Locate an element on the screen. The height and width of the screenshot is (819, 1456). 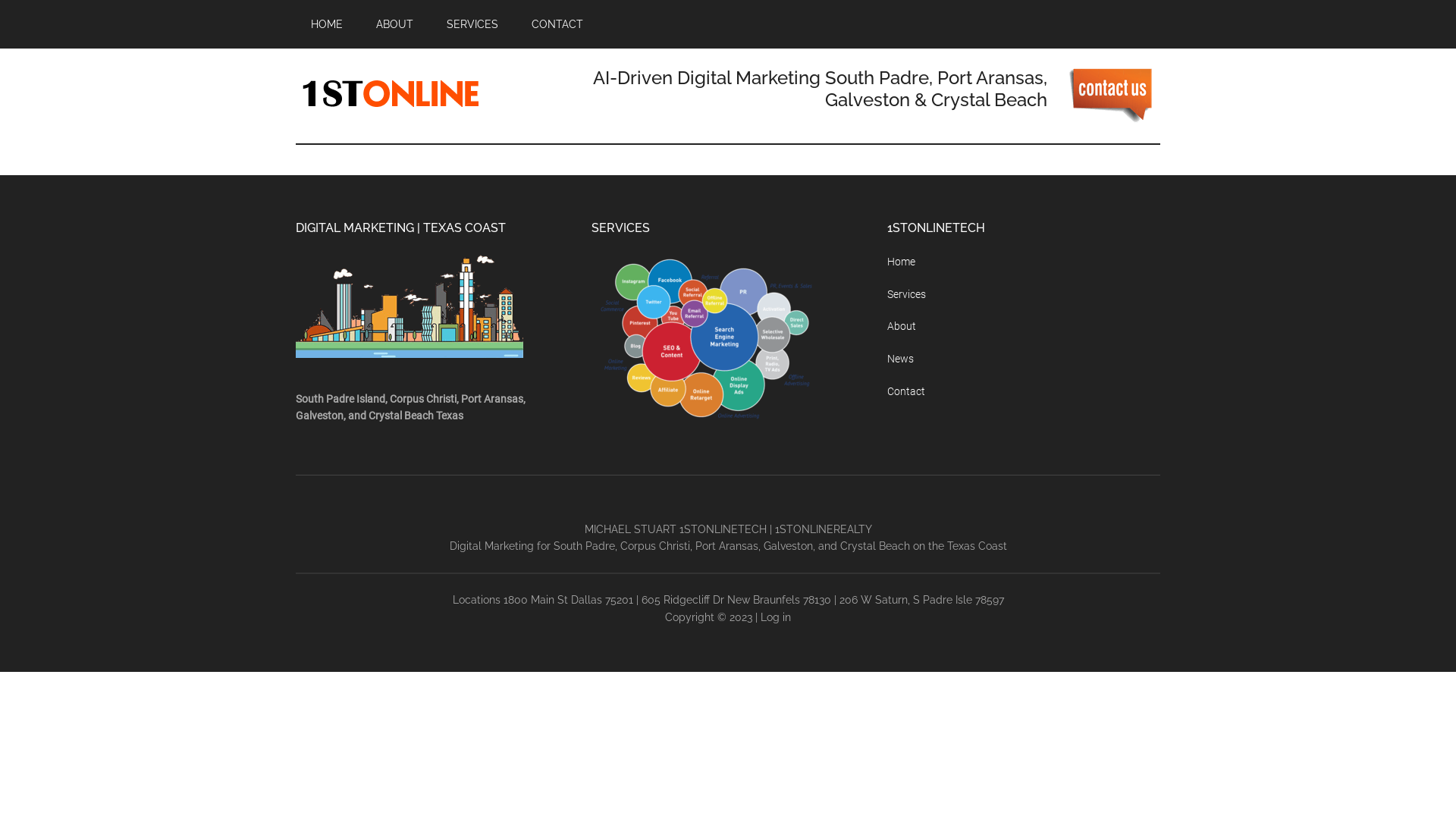
'Home' is located at coordinates (901, 260).